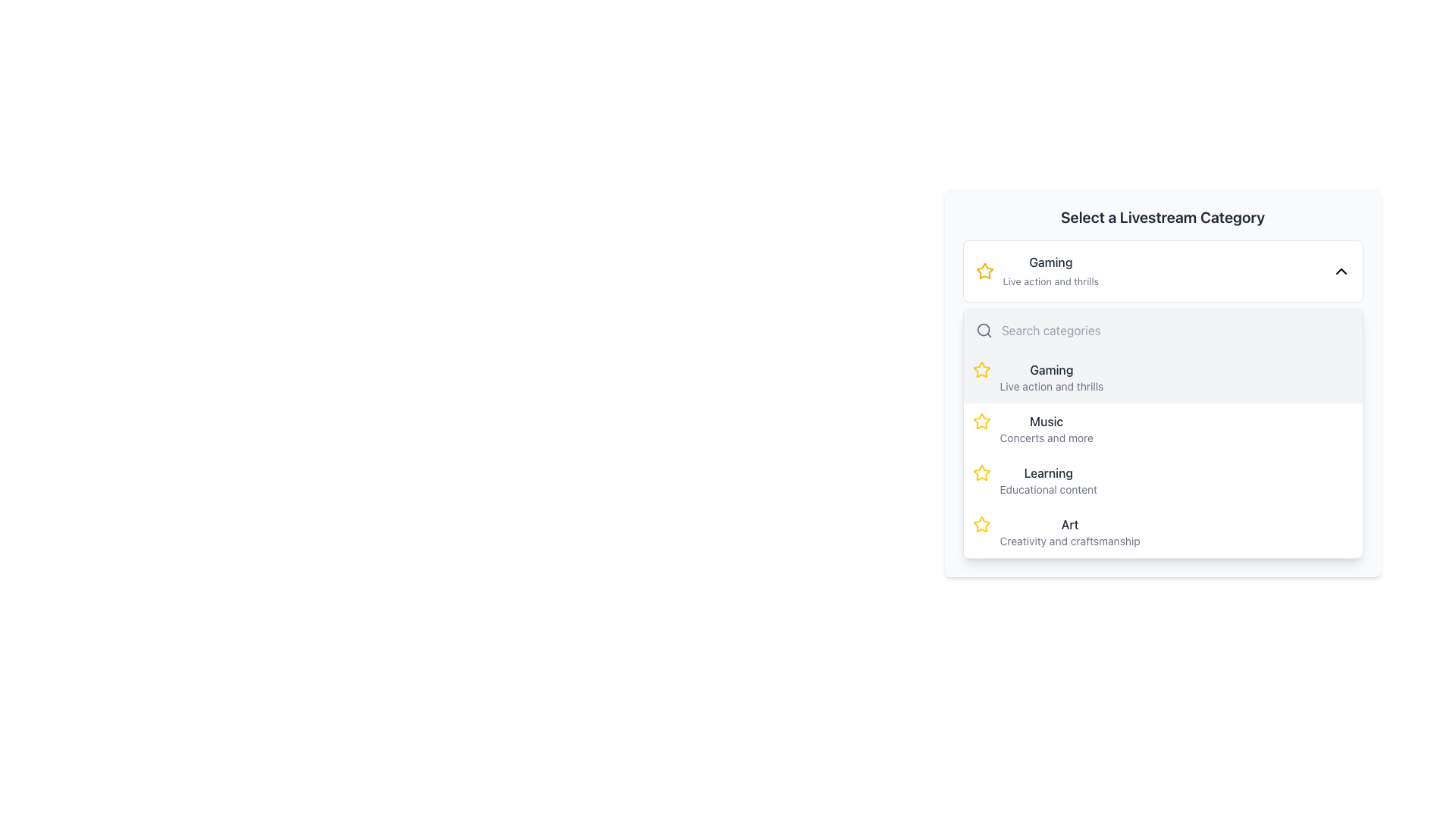 The width and height of the screenshot is (1456, 819). What do you see at coordinates (1069, 540) in the screenshot?
I see `the text label that contains 'Creativity and craftsmanship', which is styled with a smaller font size in a lighter gray color and located below the text 'Art' in the 'Select a Livestream Category' dropdown menu` at bounding box center [1069, 540].